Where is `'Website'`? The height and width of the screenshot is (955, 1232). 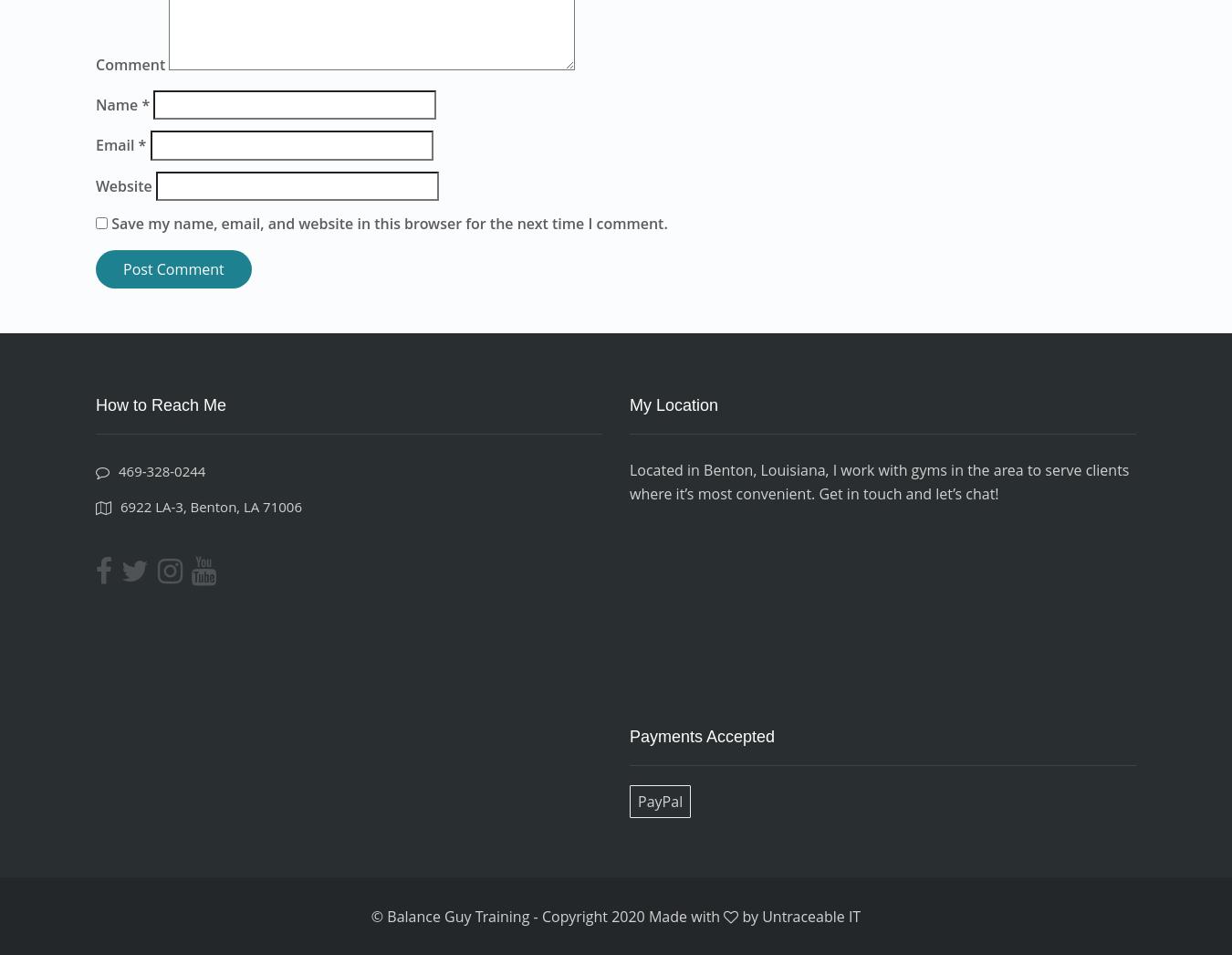 'Website' is located at coordinates (123, 185).